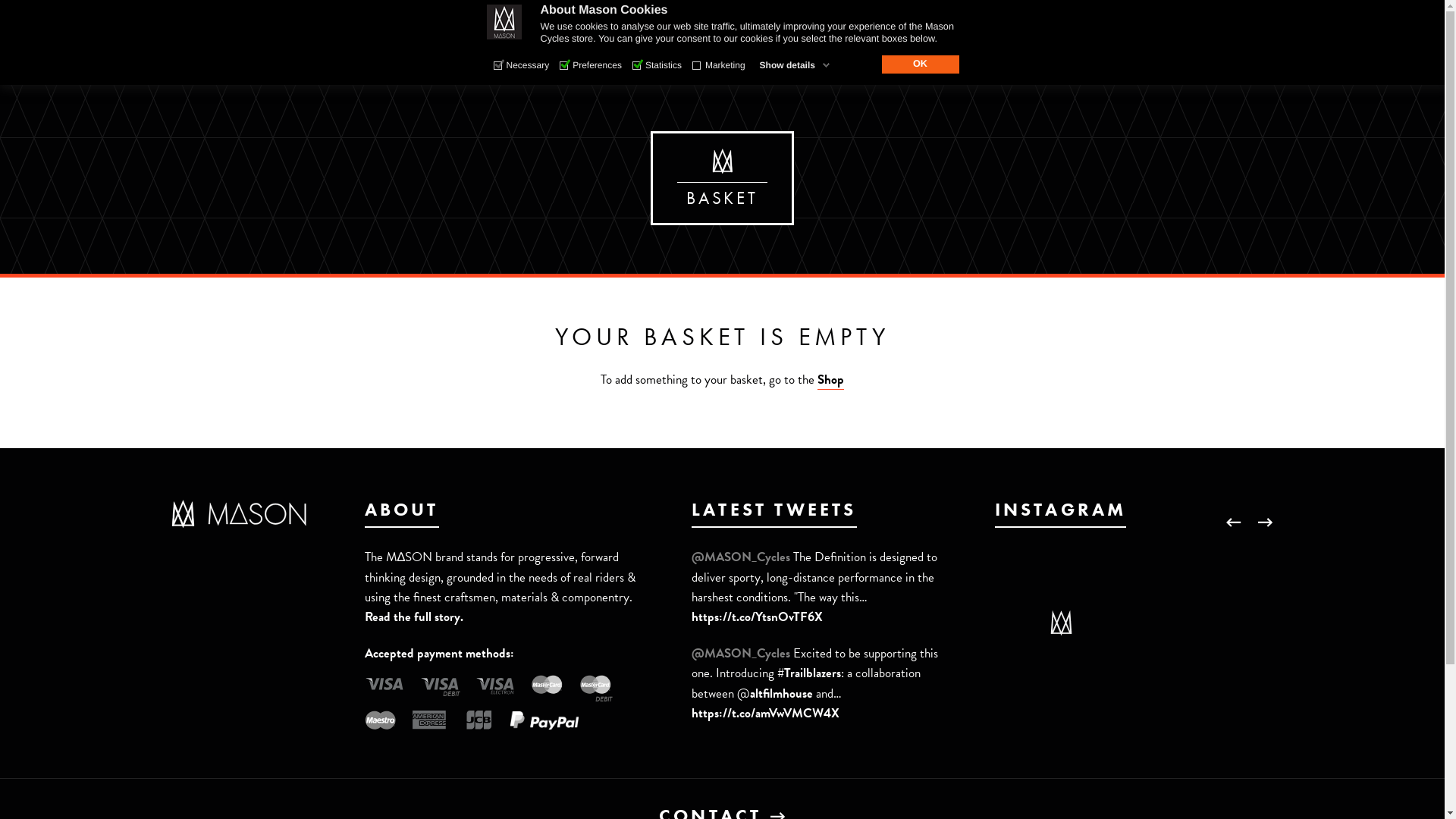 The height and width of the screenshot is (819, 1456). Describe the element at coordinates (742, 652) in the screenshot. I see `'@MASON_Cycles'` at that location.